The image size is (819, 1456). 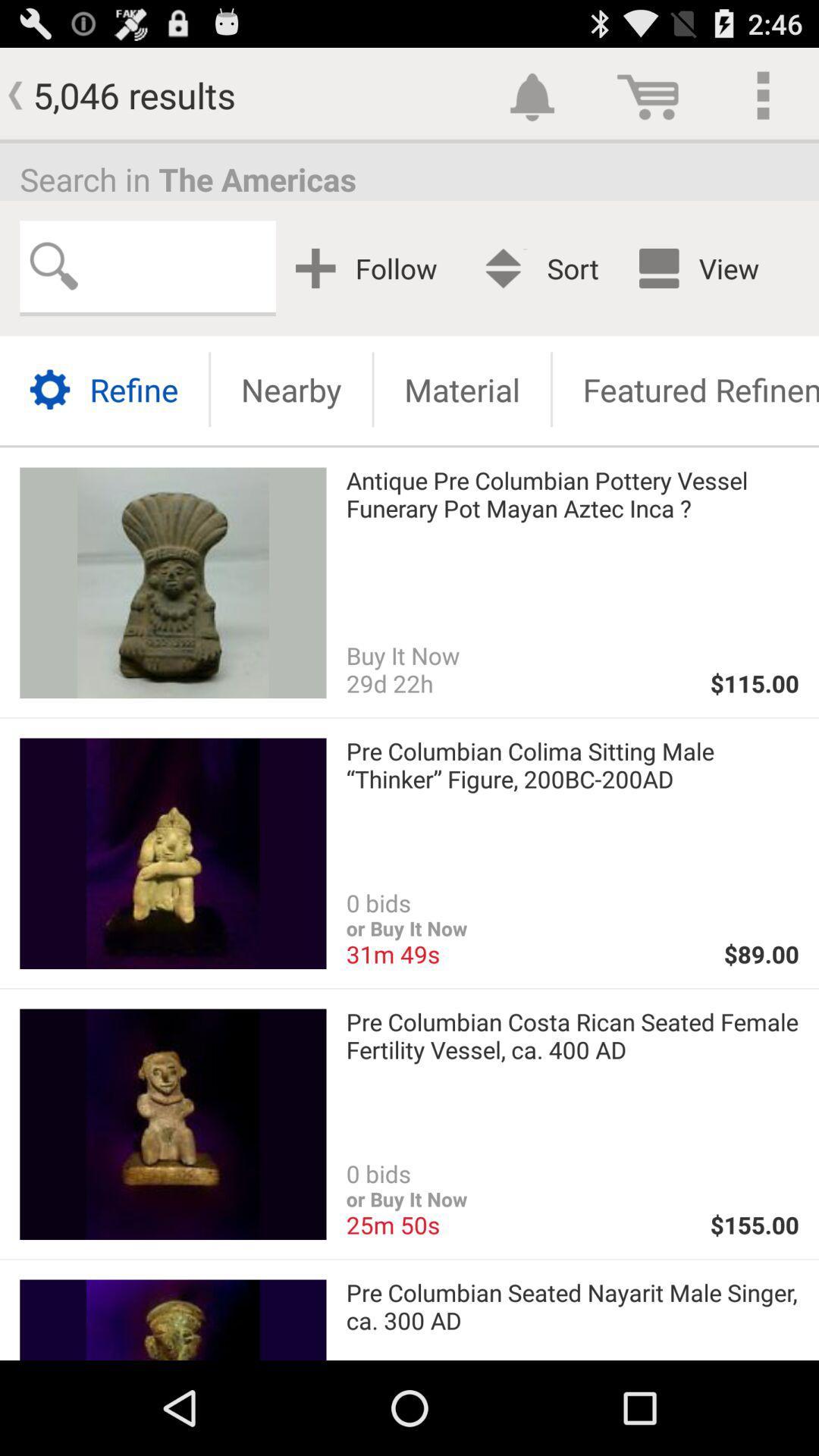 I want to click on the material item, so click(x=461, y=389).